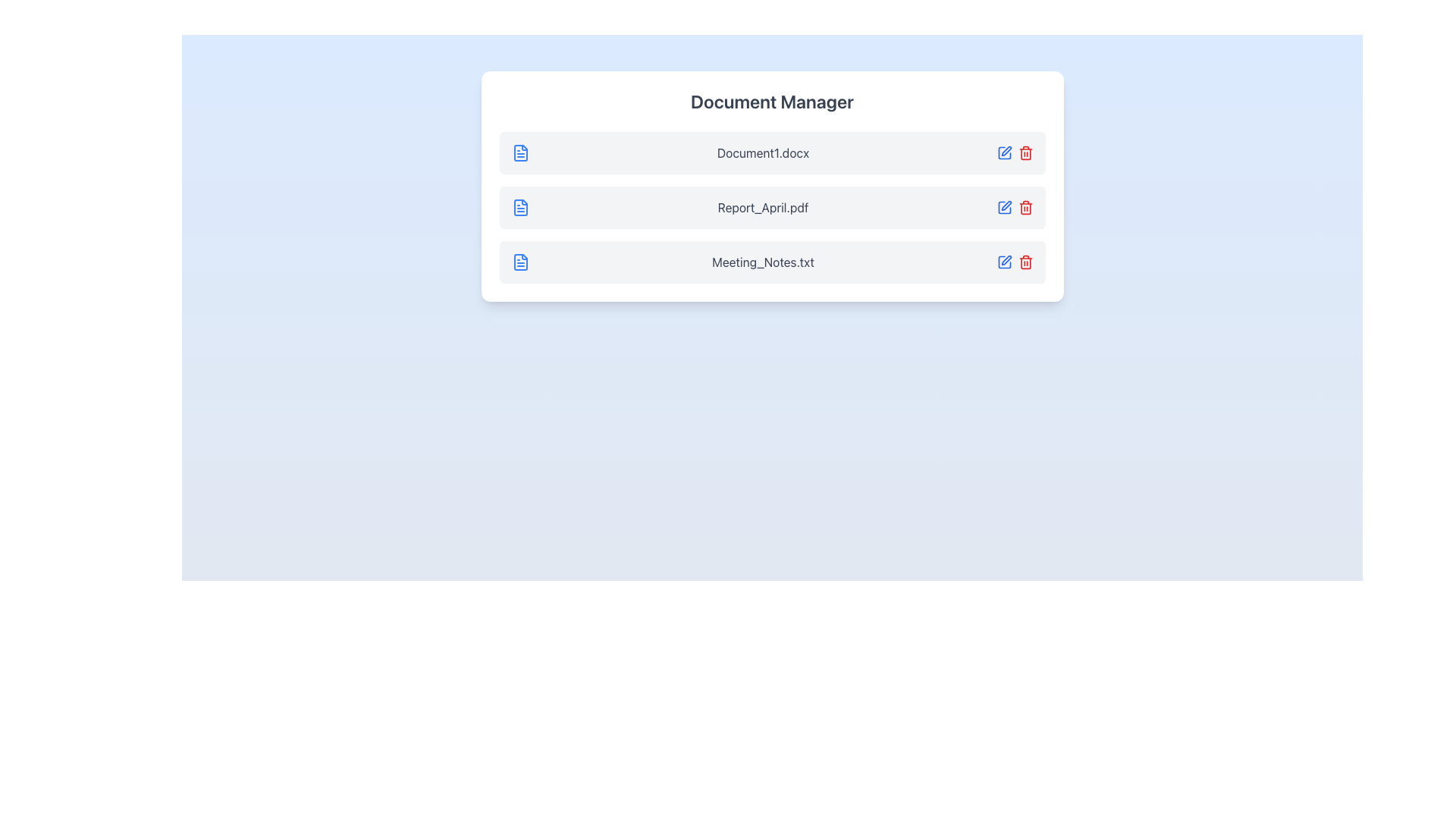 The width and height of the screenshot is (1456, 819). What do you see at coordinates (772, 186) in the screenshot?
I see `the second item in the document manager list` at bounding box center [772, 186].